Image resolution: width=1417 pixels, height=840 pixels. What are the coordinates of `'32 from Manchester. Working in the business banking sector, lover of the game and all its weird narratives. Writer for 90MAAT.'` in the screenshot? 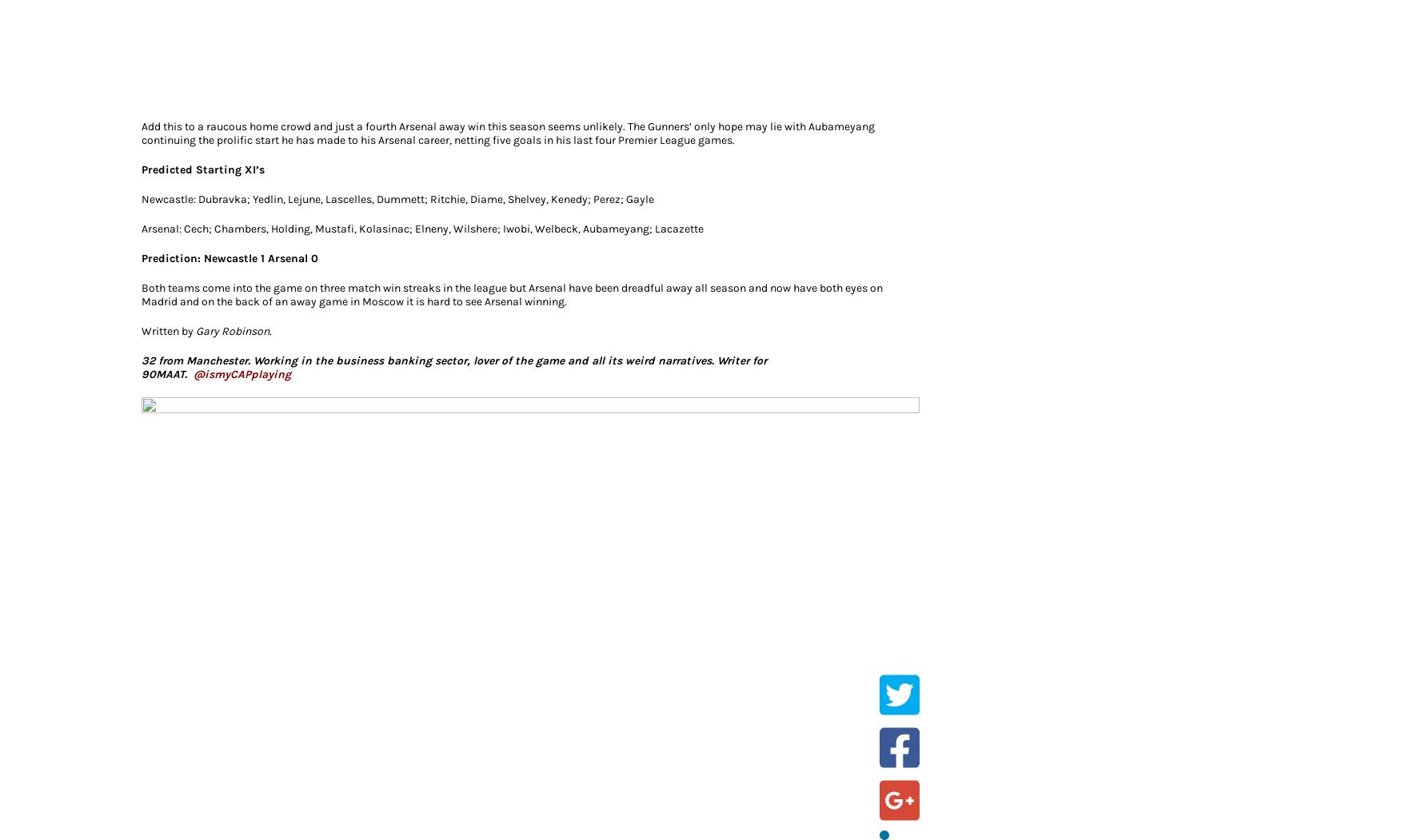 It's located at (453, 365).